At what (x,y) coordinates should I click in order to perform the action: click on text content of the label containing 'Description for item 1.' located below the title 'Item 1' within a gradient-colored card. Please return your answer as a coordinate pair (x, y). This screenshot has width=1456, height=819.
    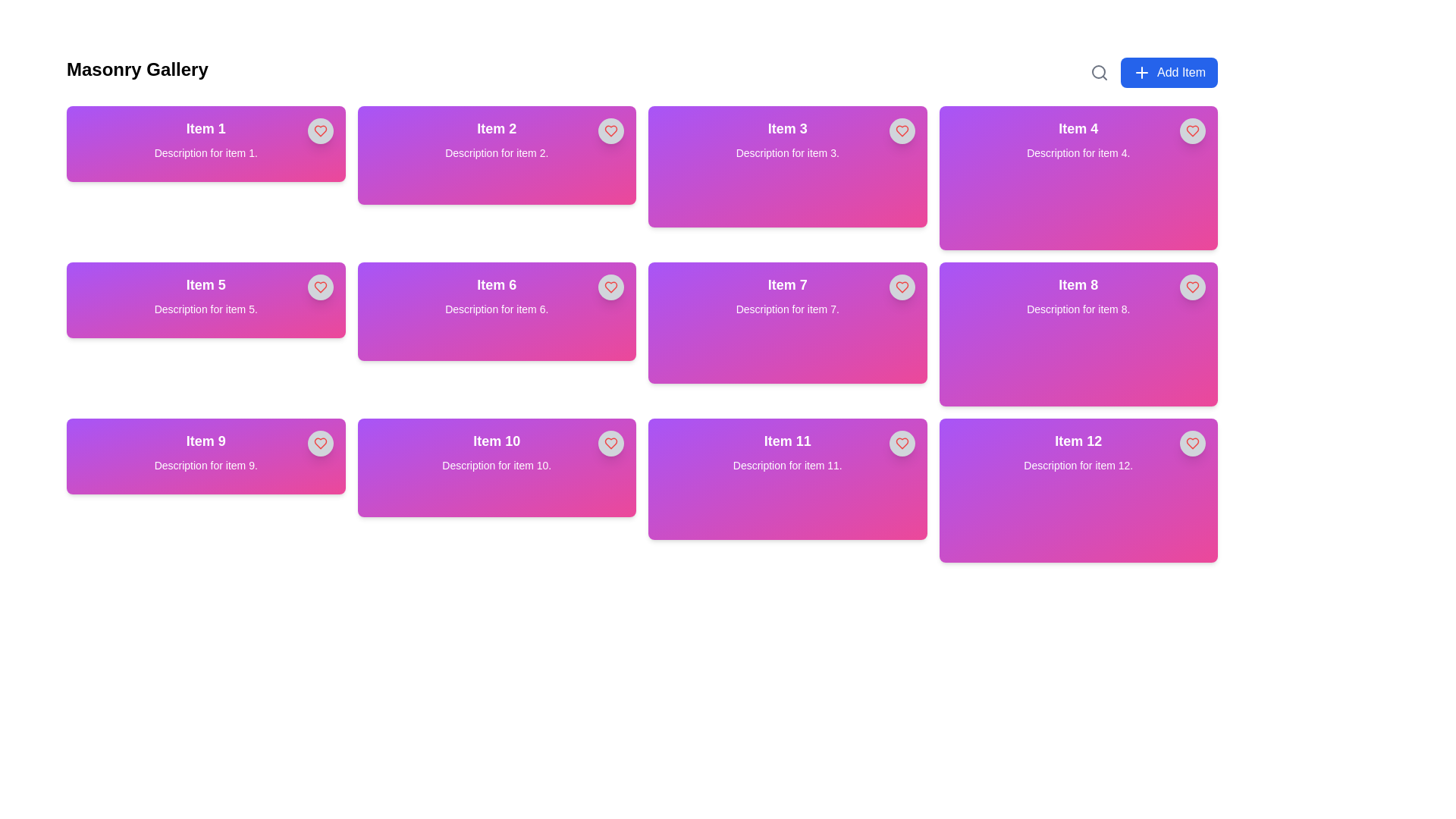
    Looking at the image, I should click on (205, 152).